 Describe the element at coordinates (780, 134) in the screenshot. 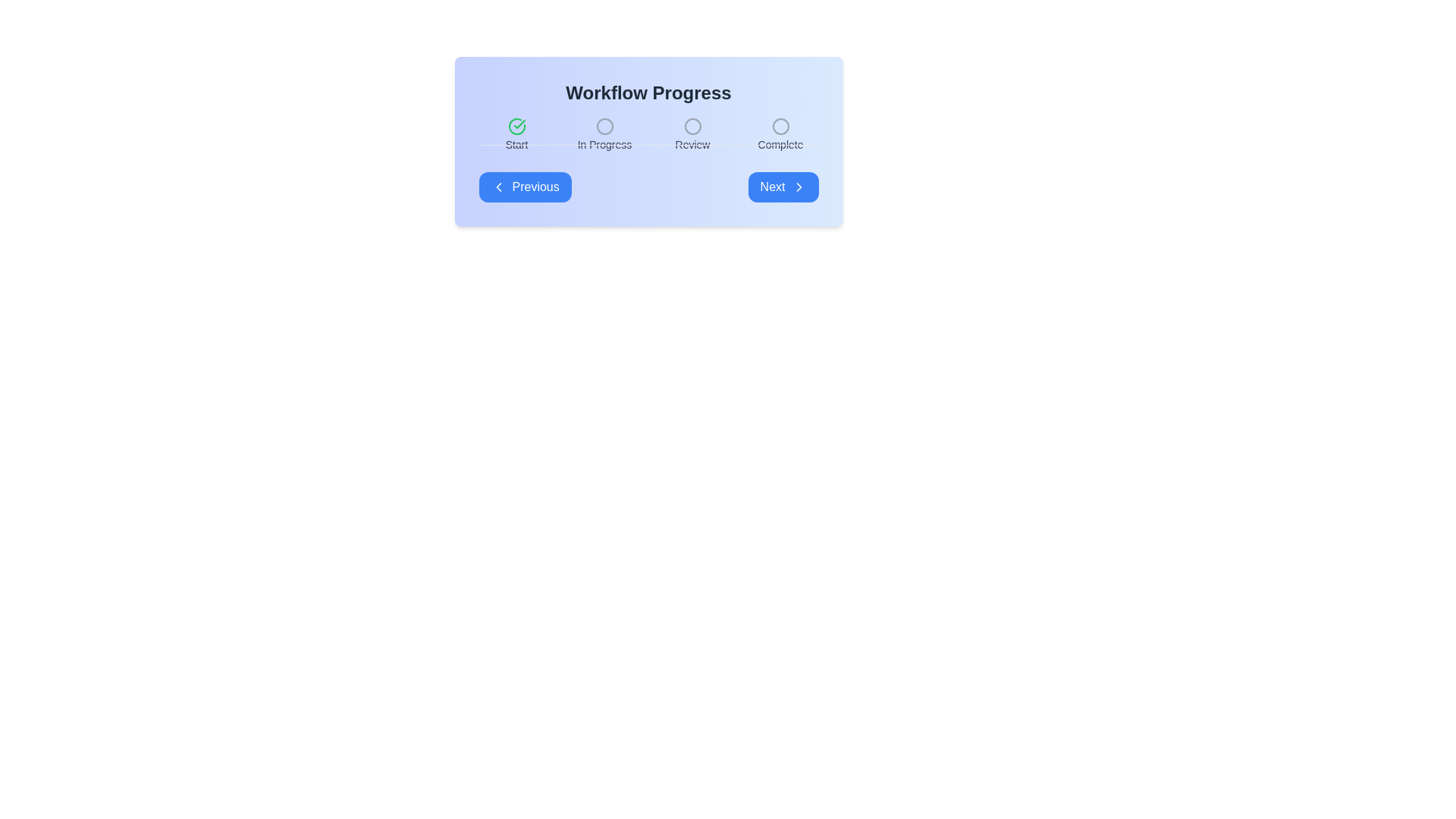

I see `the 'Complete' stage marker in the workflow progress, which is the fourth and rightmost step in the list` at that location.